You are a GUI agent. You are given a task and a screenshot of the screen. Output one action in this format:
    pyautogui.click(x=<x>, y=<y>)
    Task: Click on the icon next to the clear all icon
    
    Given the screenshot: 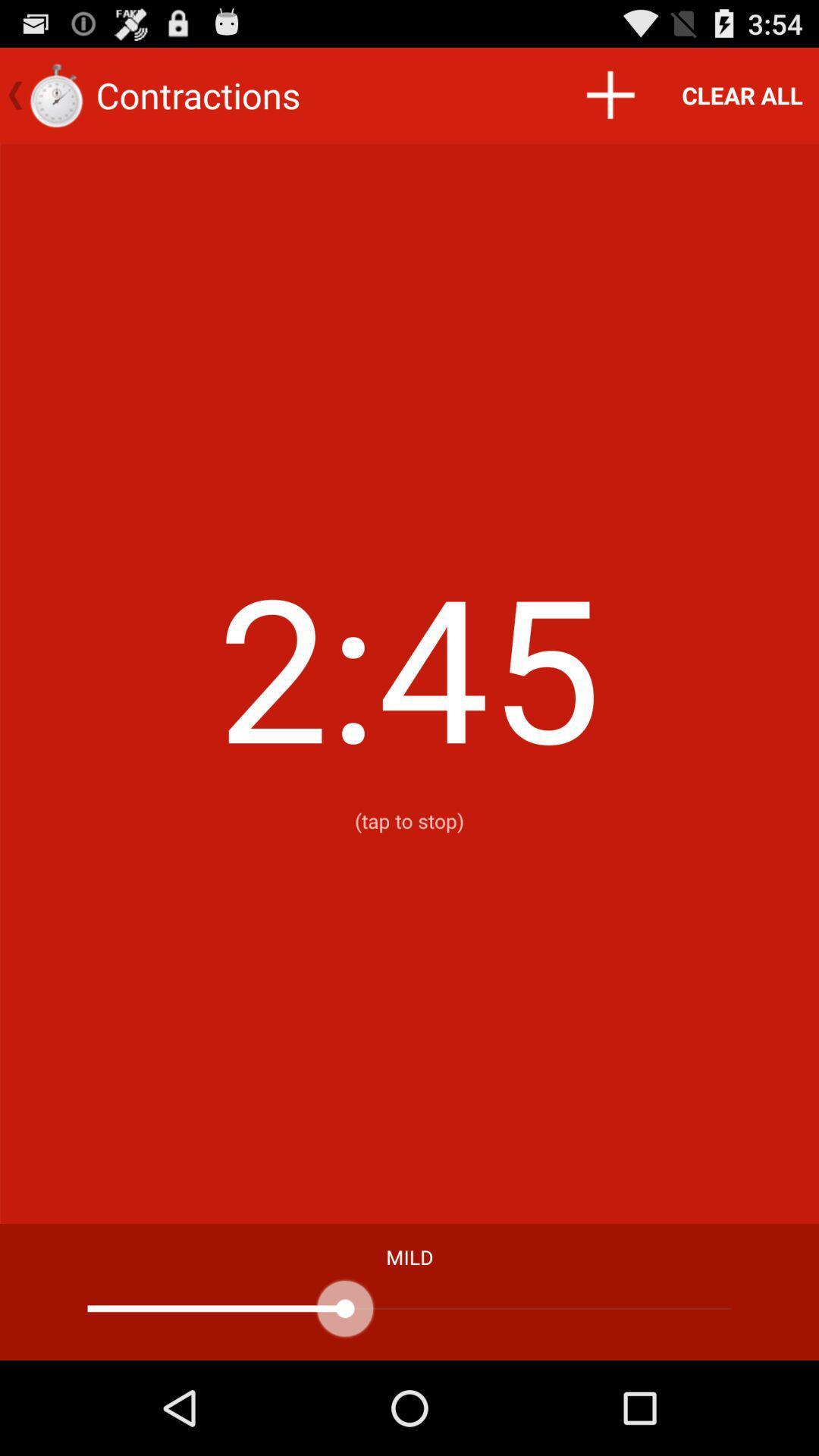 What is the action you would take?
    pyautogui.click(x=609, y=94)
    